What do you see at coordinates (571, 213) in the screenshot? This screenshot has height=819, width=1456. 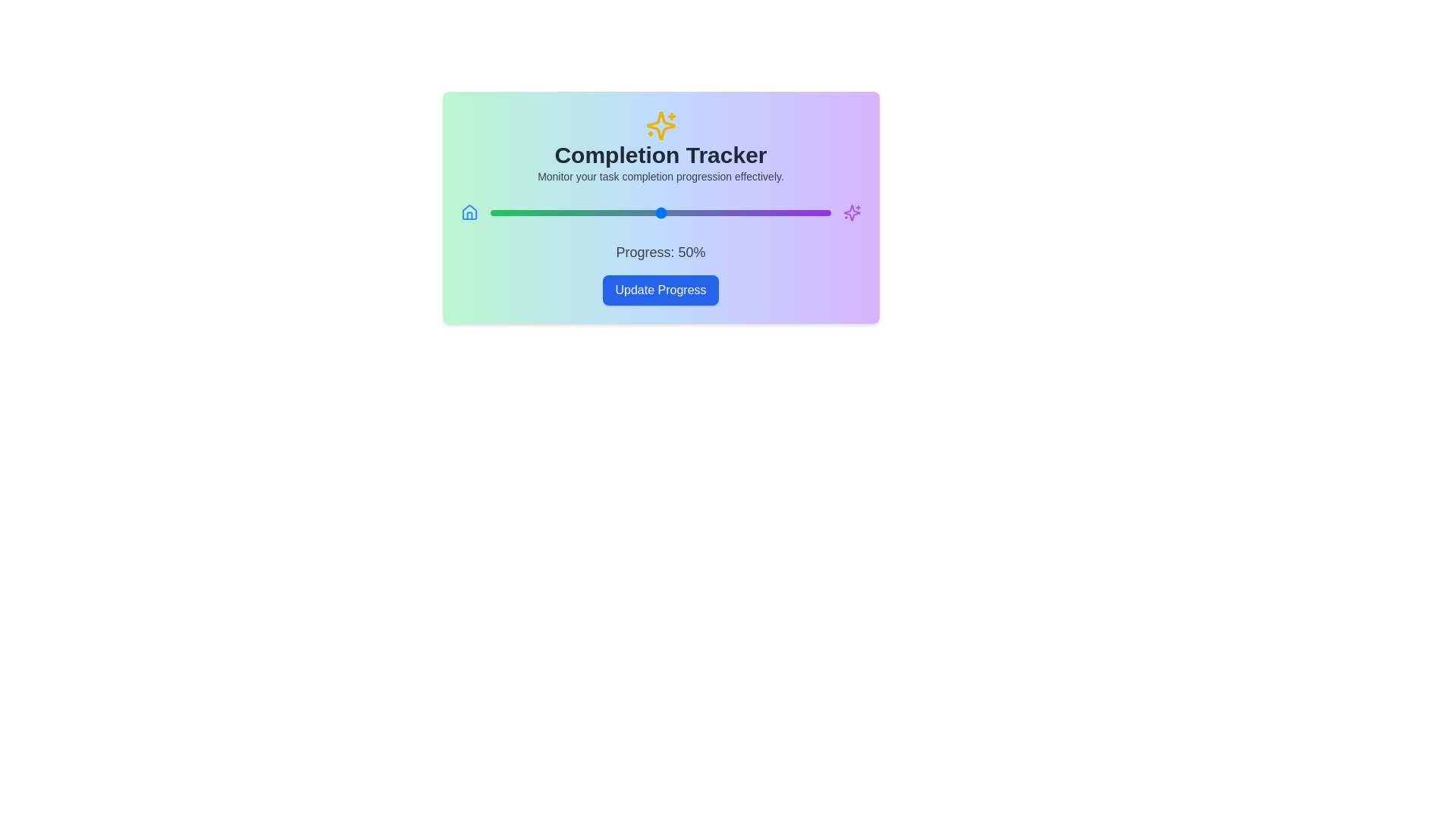 I see `the slider to set progress to 24%` at bounding box center [571, 213].